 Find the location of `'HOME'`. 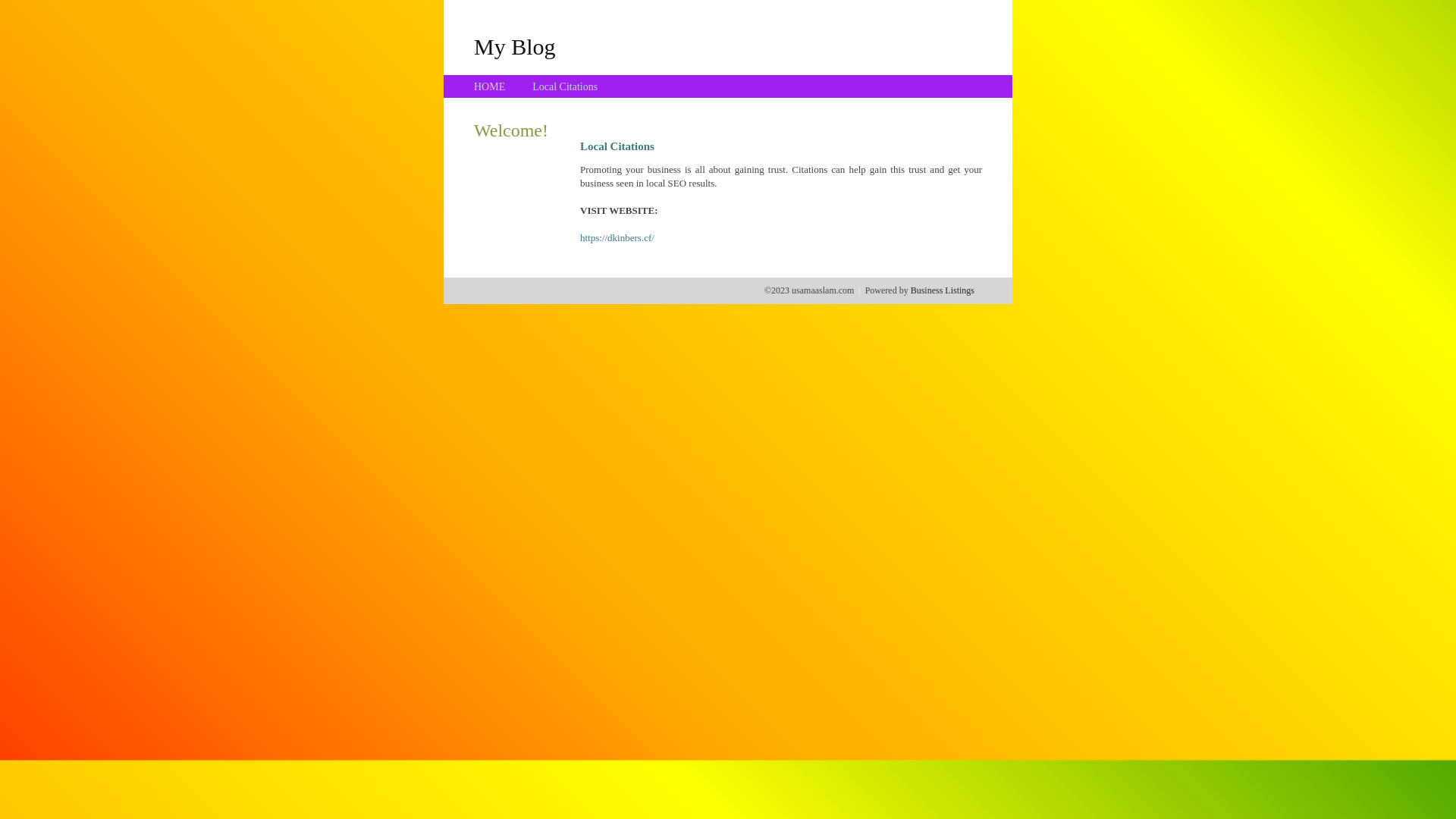

'HOME' is located at coordinates (489, 86).